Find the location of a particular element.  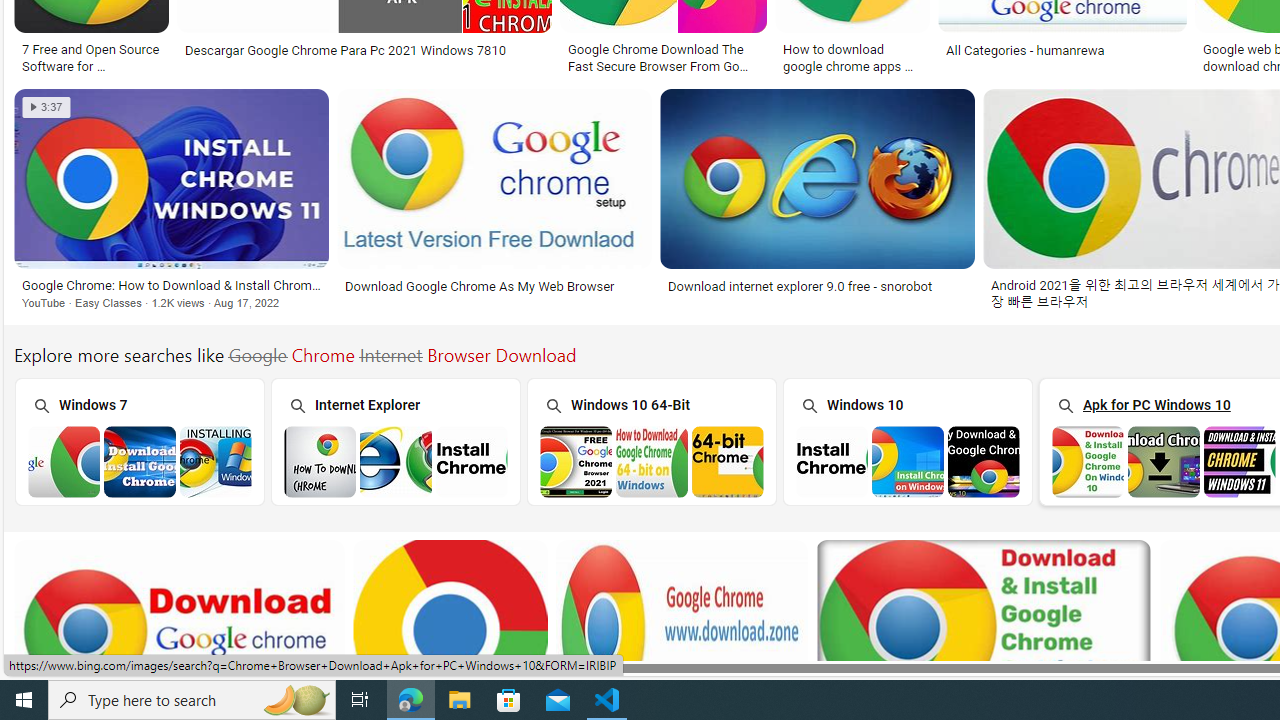

'7 Free and Open Source Software for Windows PC | HubPages' is located at coordinates (90, 55).